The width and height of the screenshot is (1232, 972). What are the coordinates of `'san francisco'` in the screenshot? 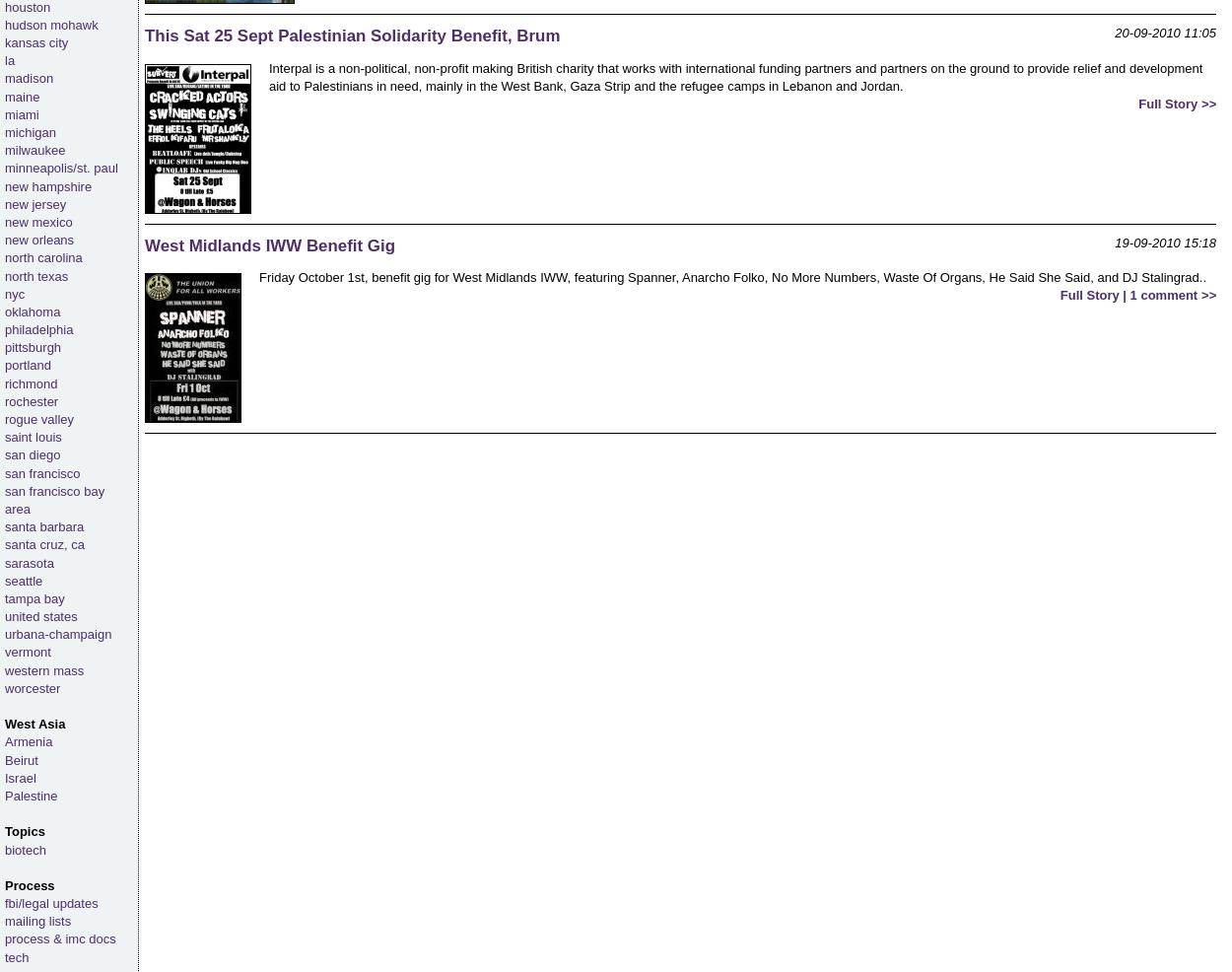 It's located at (42, 472).